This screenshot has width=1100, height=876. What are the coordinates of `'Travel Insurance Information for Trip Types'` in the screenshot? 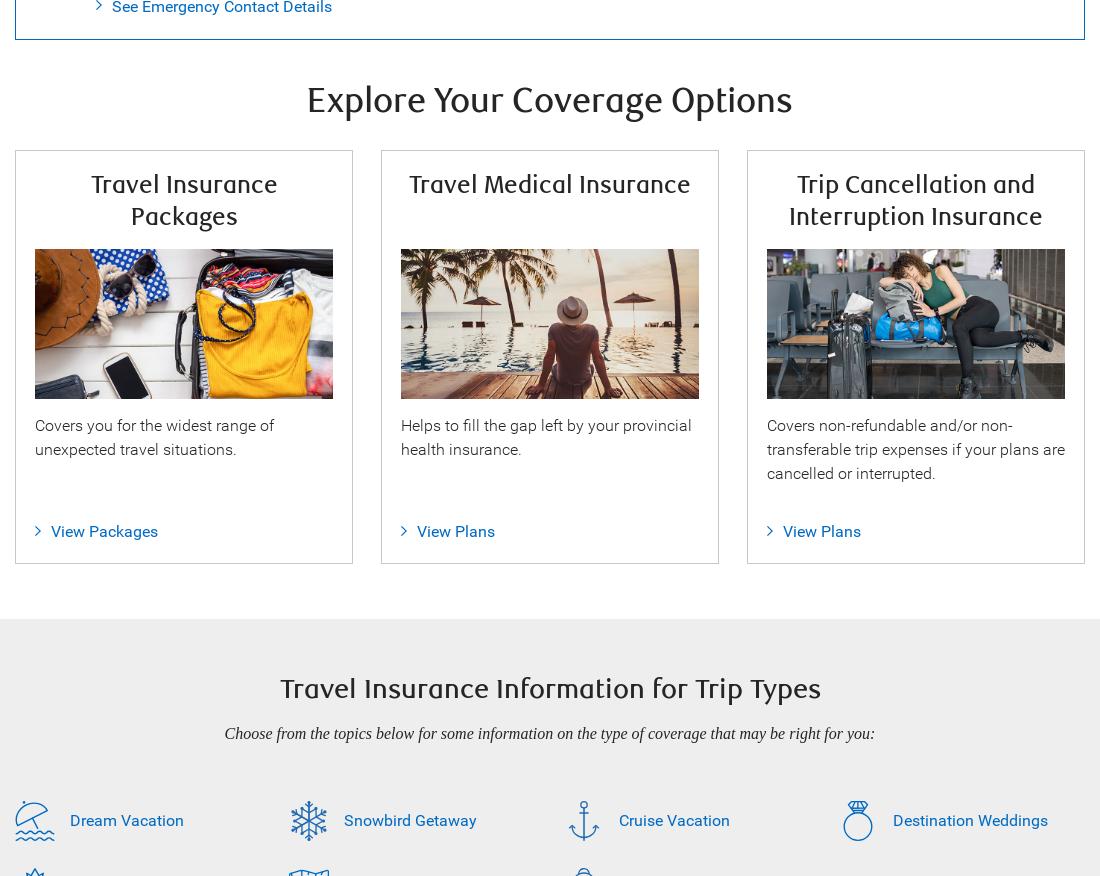 It's located at (549, 688).